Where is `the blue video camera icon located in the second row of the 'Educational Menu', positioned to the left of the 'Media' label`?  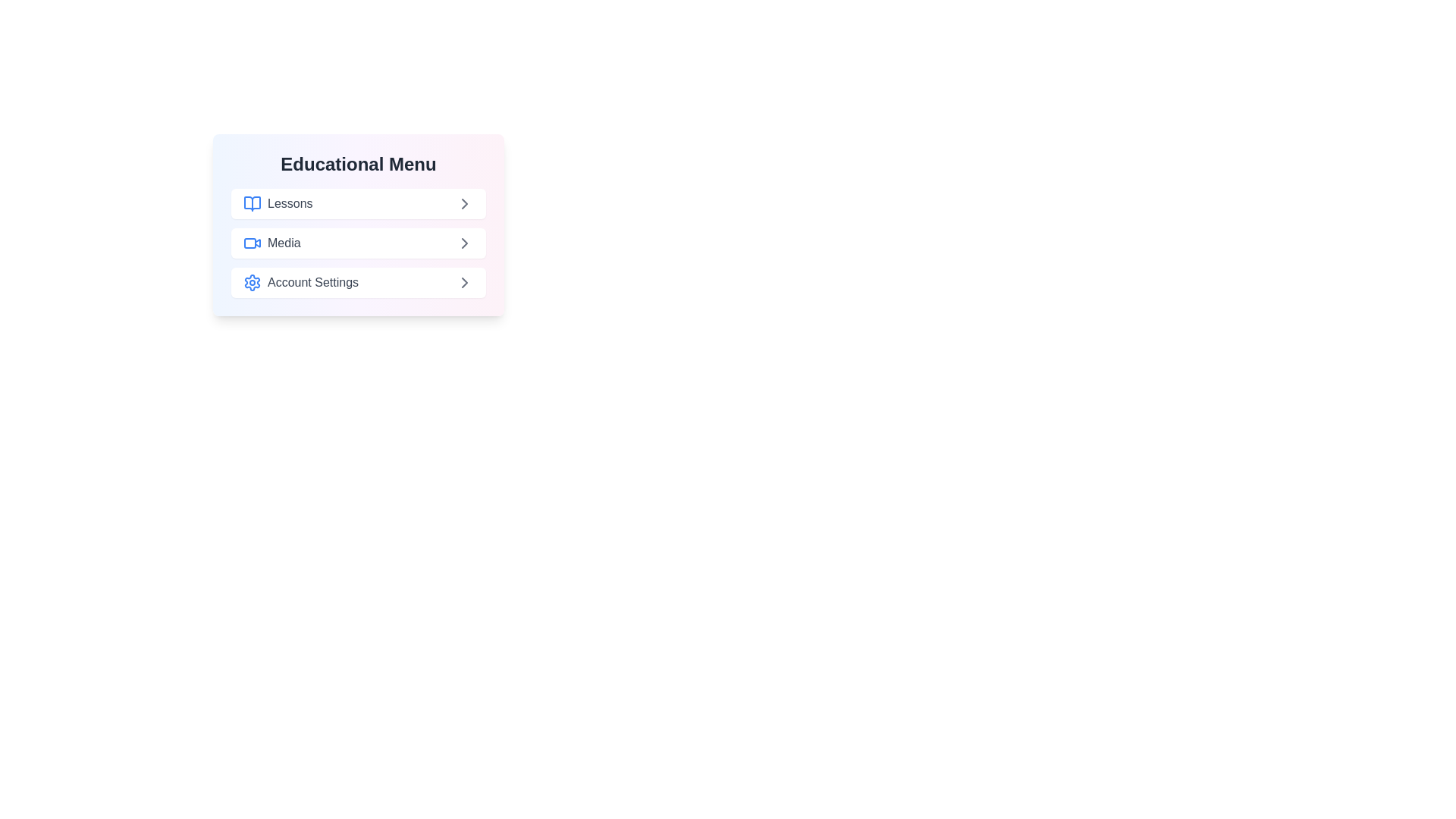 the blue video camera icon located in the second row of the 'Educational Menu', positioned to the left of the 'Media' label is located at coordinates (252, 242).